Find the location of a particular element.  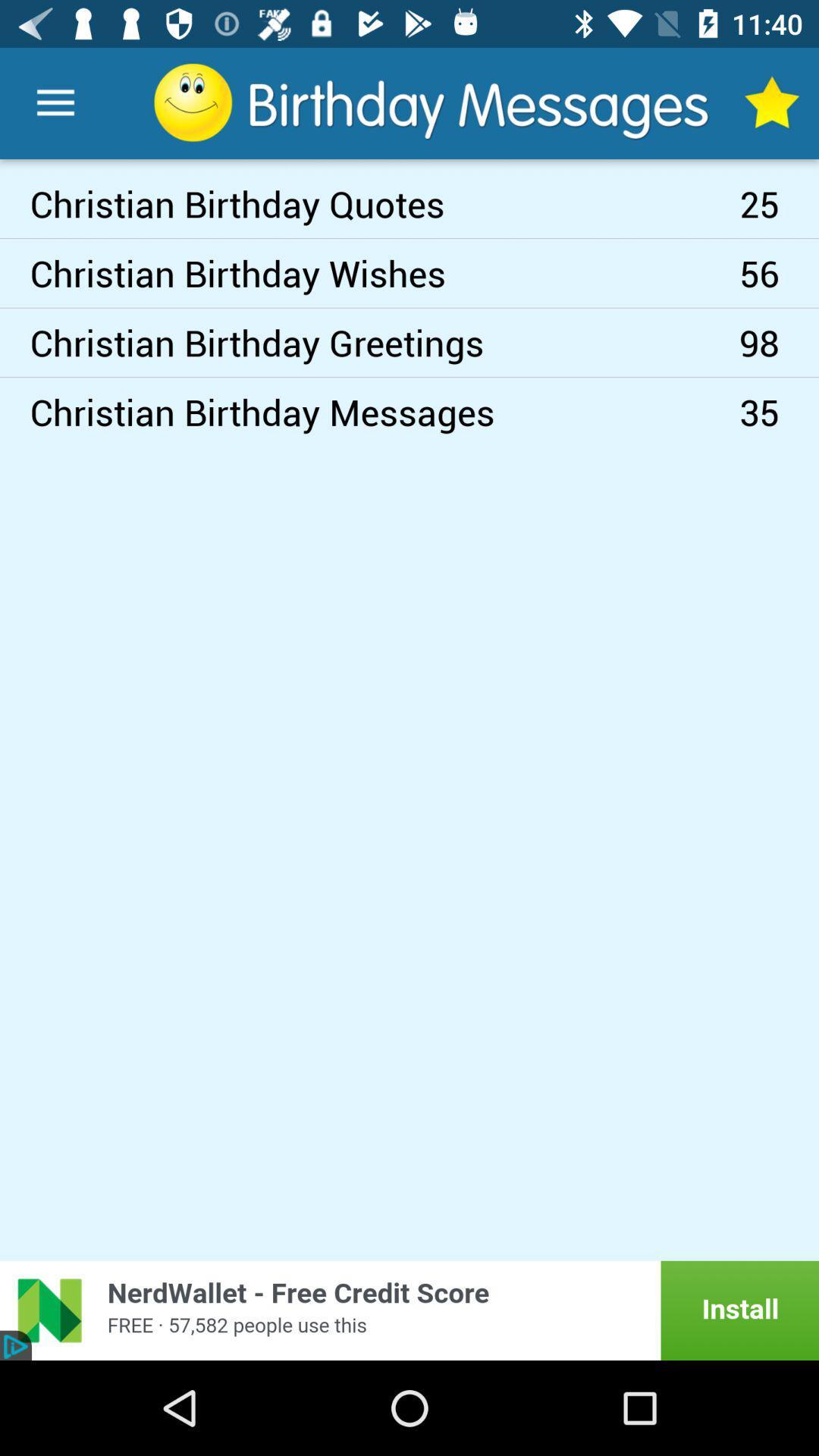

advertisement by google adsense is located at coordinates (409, 1310).